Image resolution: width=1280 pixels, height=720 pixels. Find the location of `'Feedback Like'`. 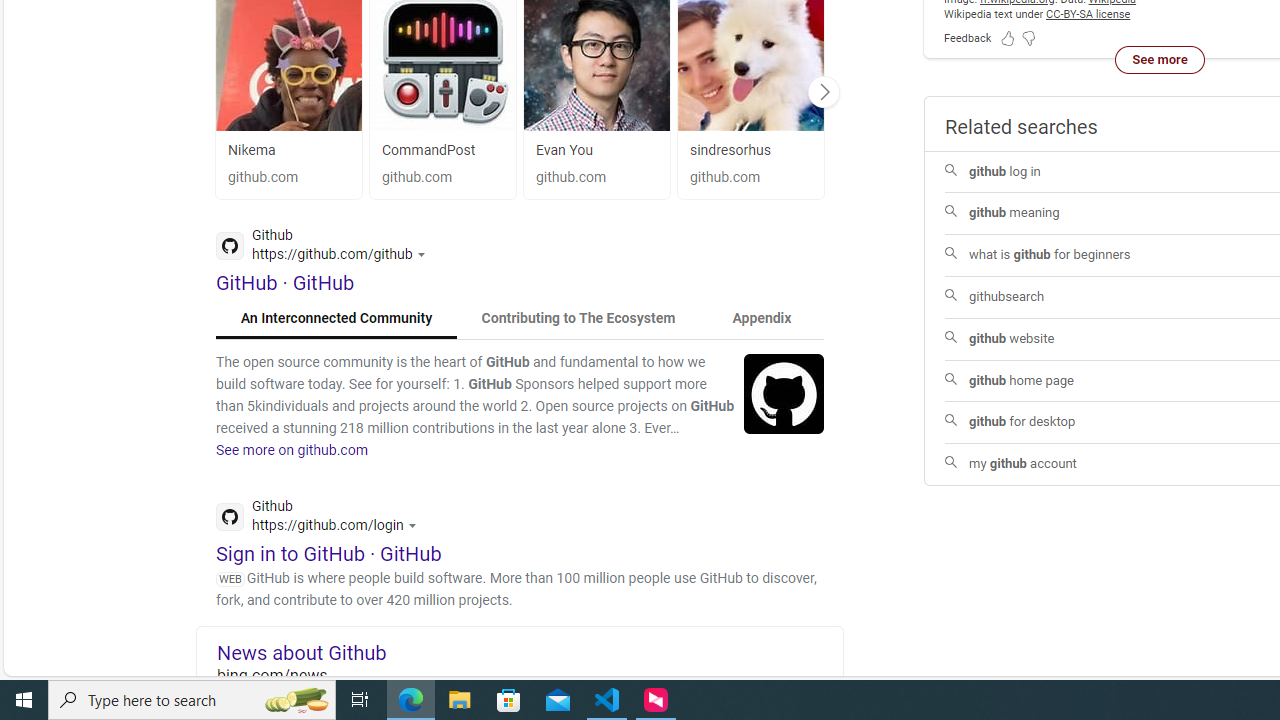

'Feedback Like' is located at coordinates (1008, 38).